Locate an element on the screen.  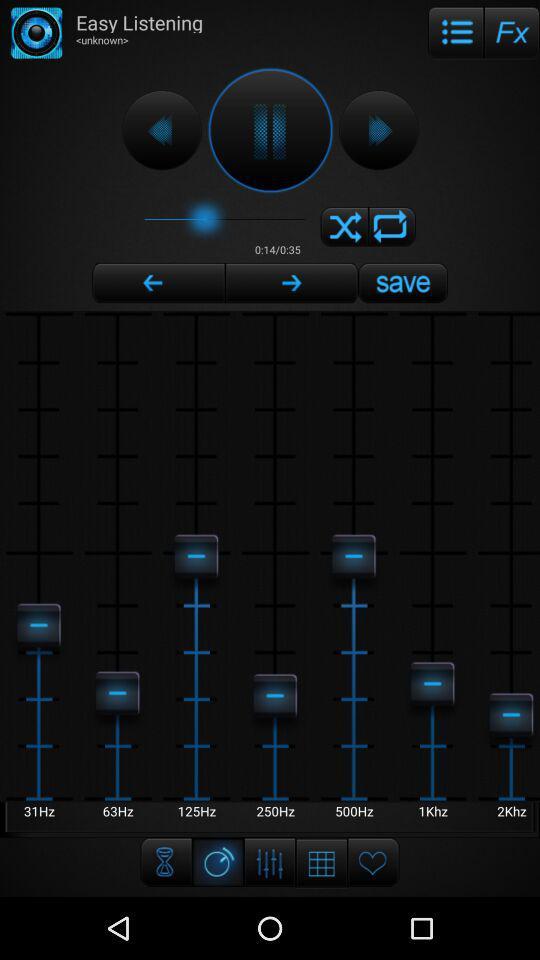
icon to the right of easy listening item is located at coordinates (456, 32).